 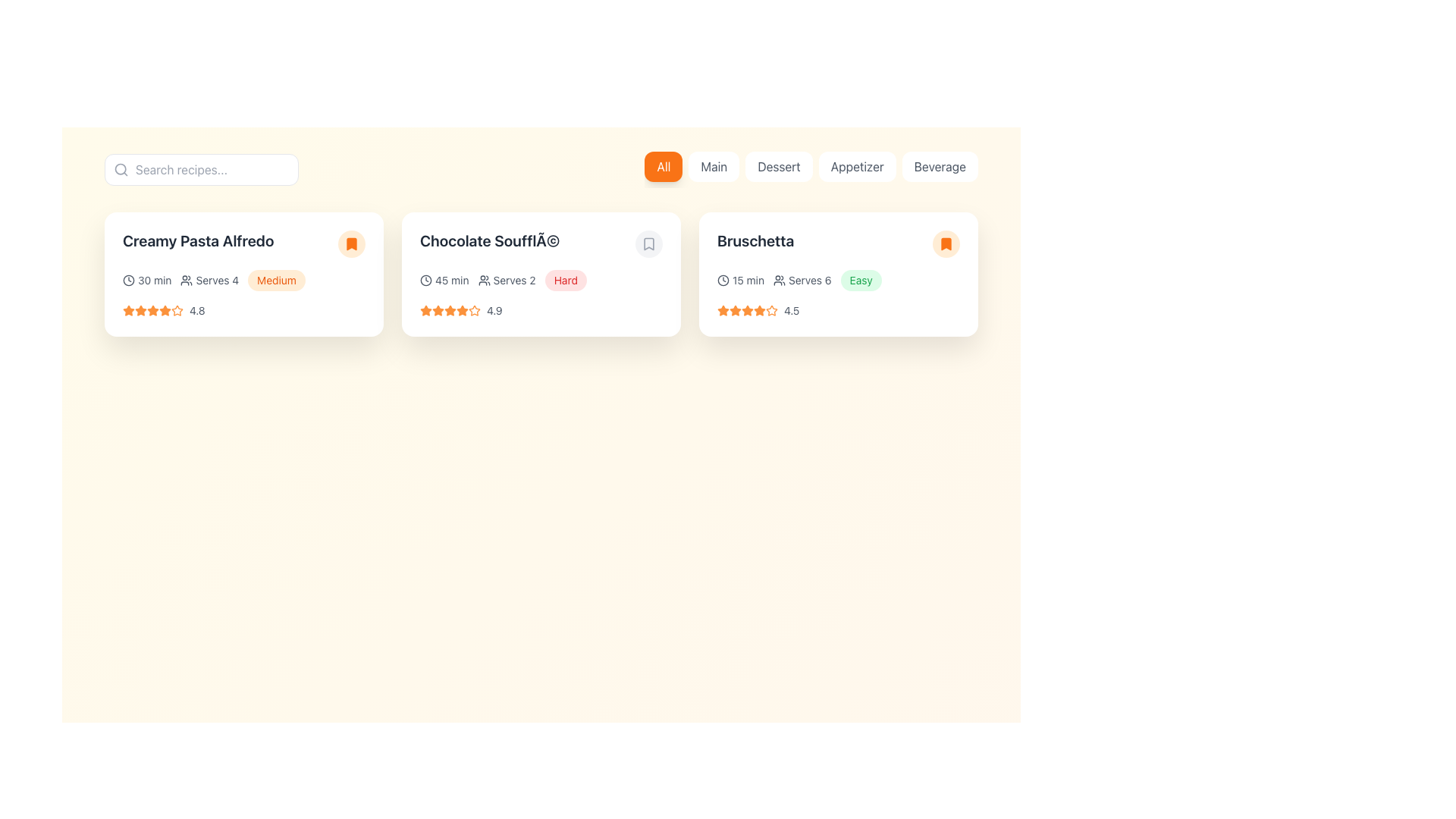 I want to click on the recipe card titled 'Bruschetta' which is the third card in the first row, so click(x=837, y=275).